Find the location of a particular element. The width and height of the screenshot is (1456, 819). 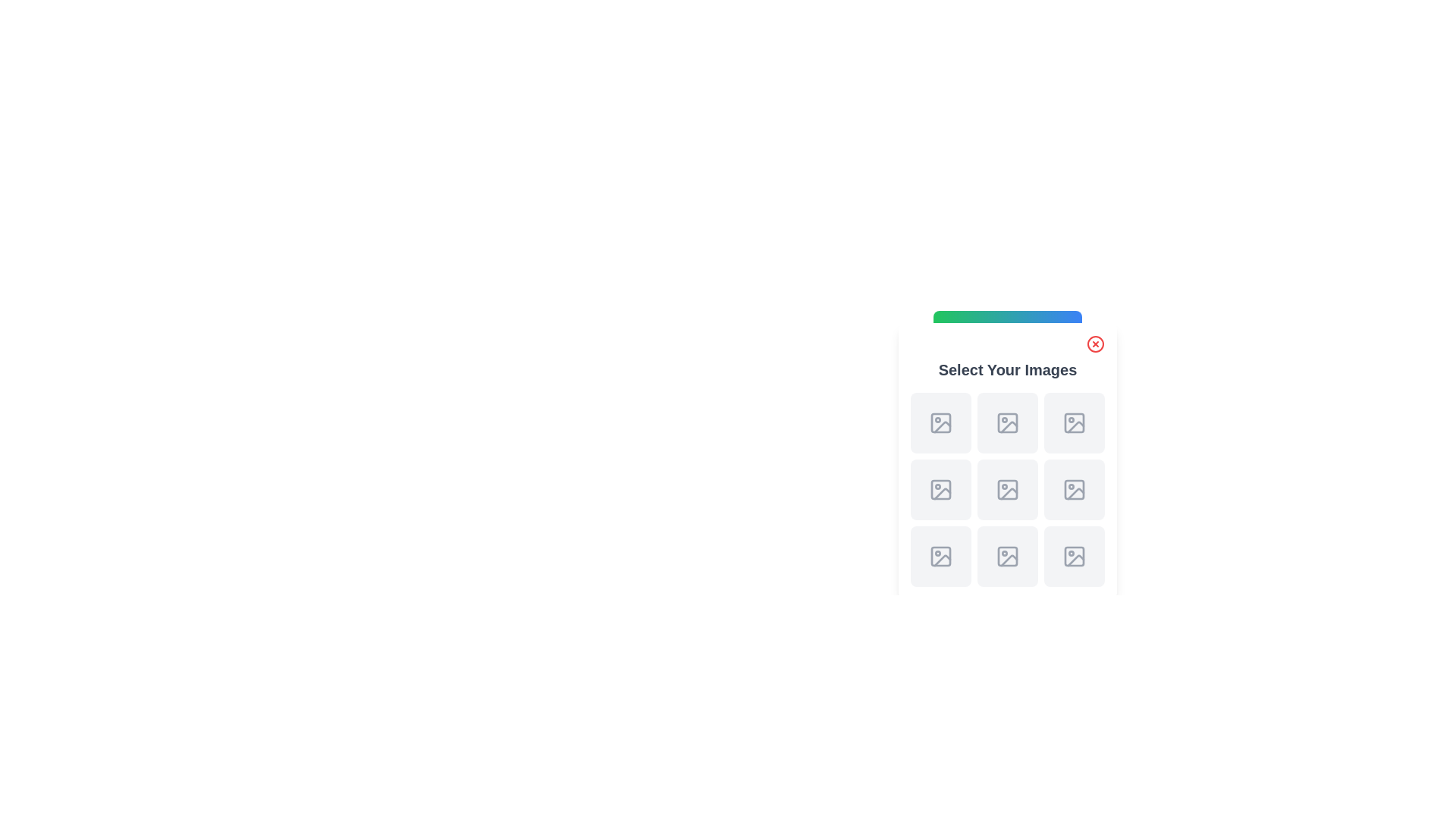

the error or placeholder icon in the UI grid layout that represents a missing image, located in the middle cell of the bottom row is located at coordinates (1009, 494).